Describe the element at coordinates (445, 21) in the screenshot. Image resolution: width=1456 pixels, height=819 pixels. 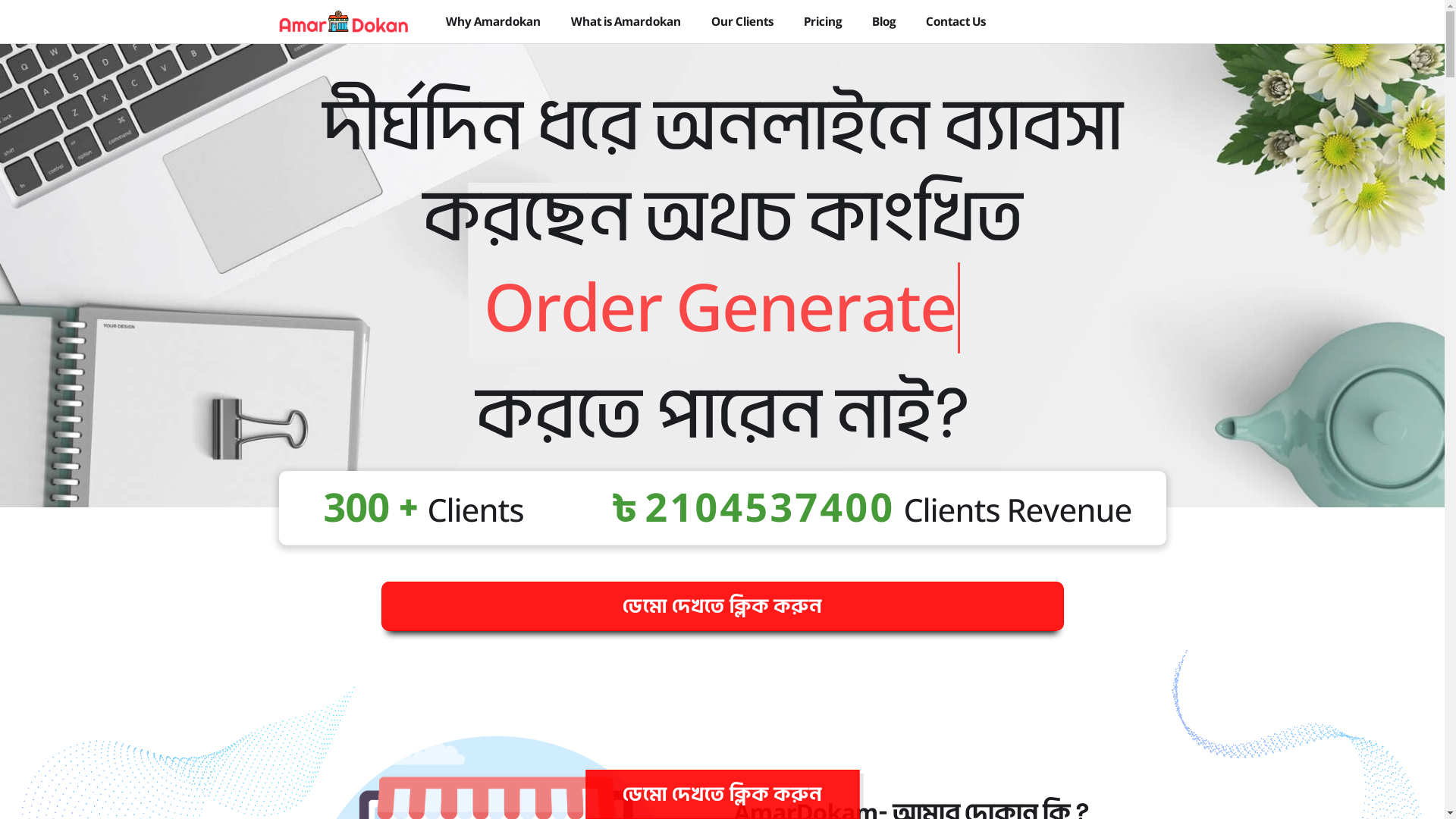
I see `'Why Amardokan'` at that location.